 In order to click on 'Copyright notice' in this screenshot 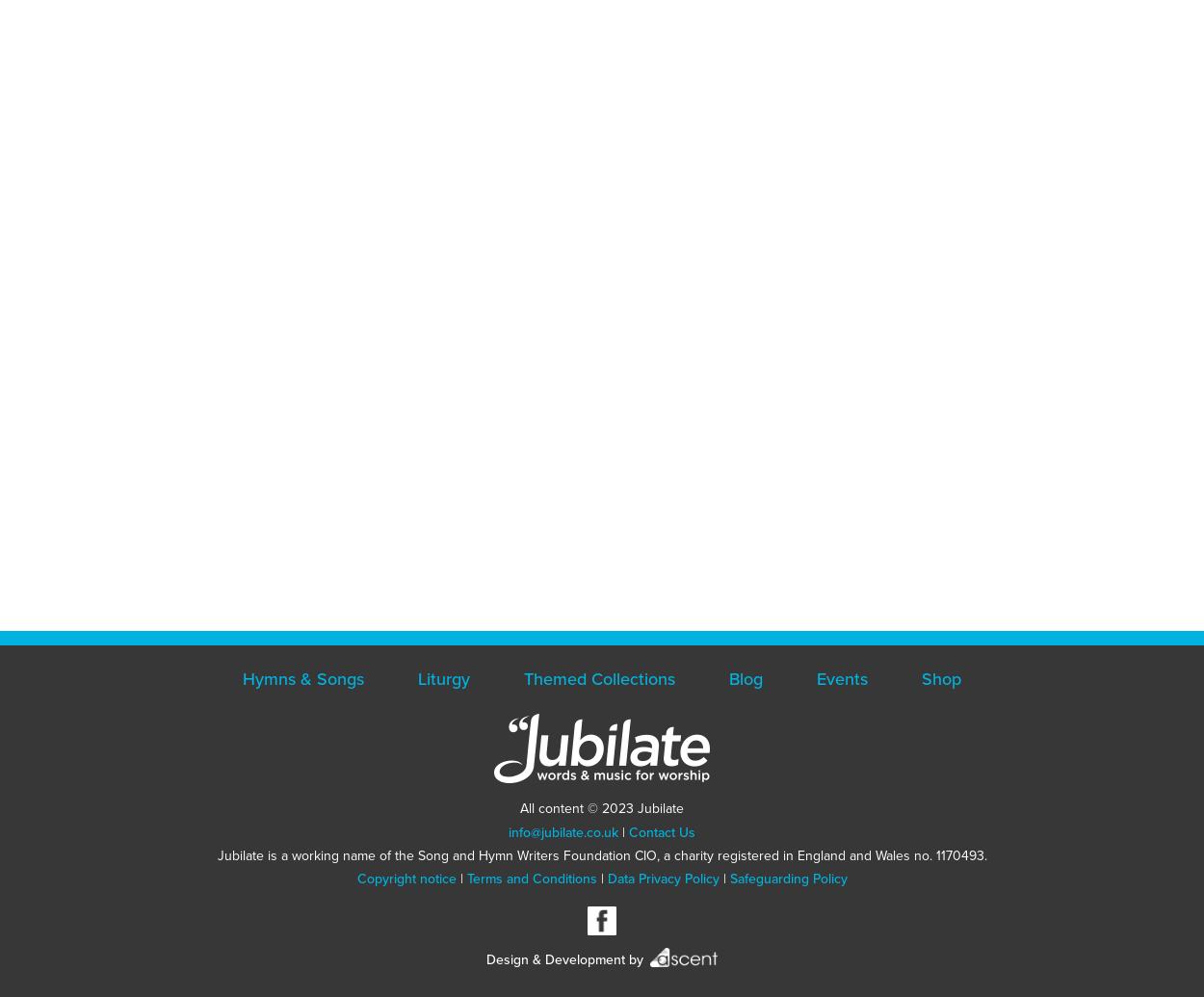, I will do `click(406, 878)`.